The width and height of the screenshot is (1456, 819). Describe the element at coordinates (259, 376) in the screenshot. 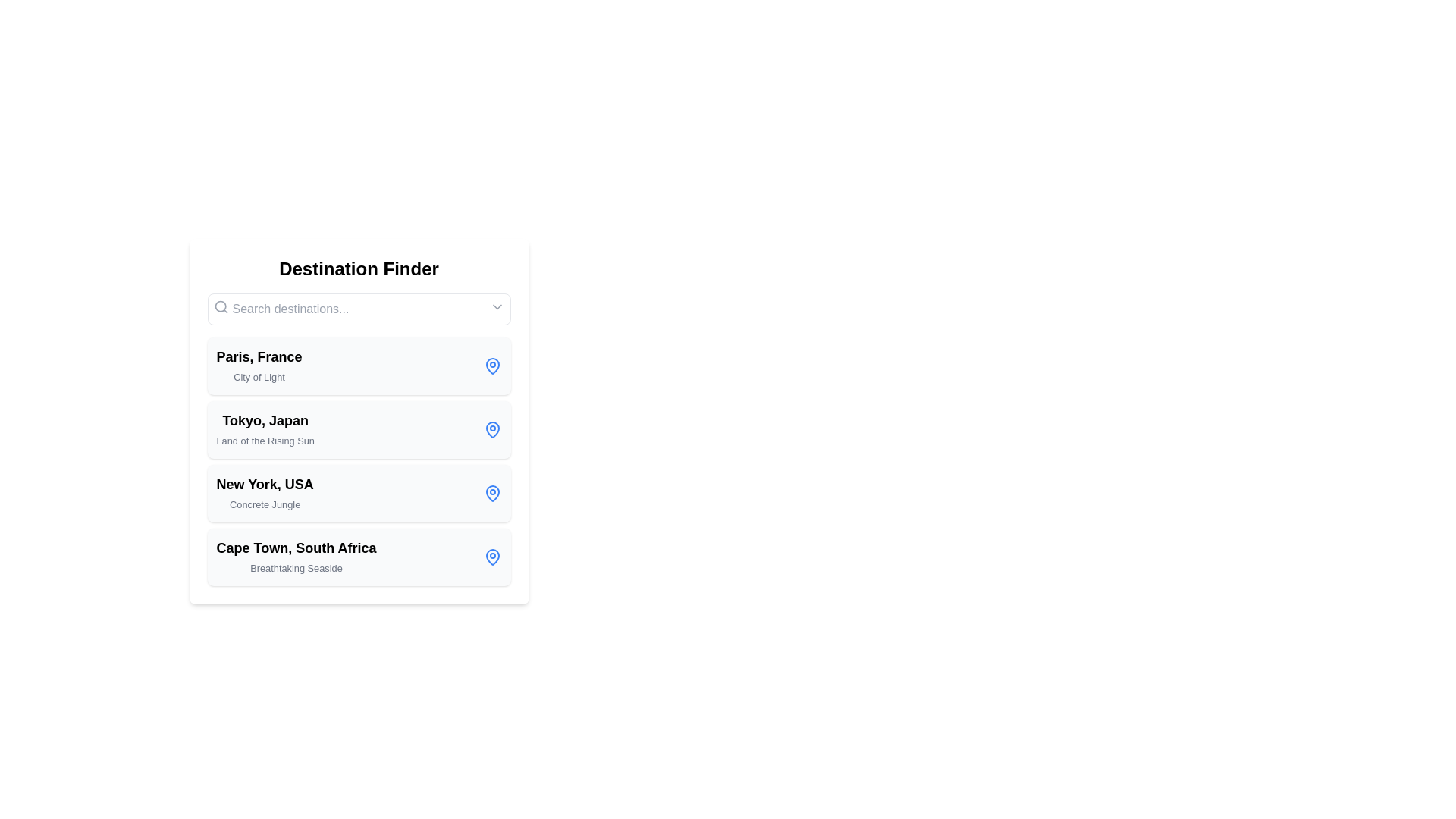

I see `descriptive subtitle or tagline for the location 'Paris, France', which is located directly beneath the text 'Paris, France' within the same card` at that location.